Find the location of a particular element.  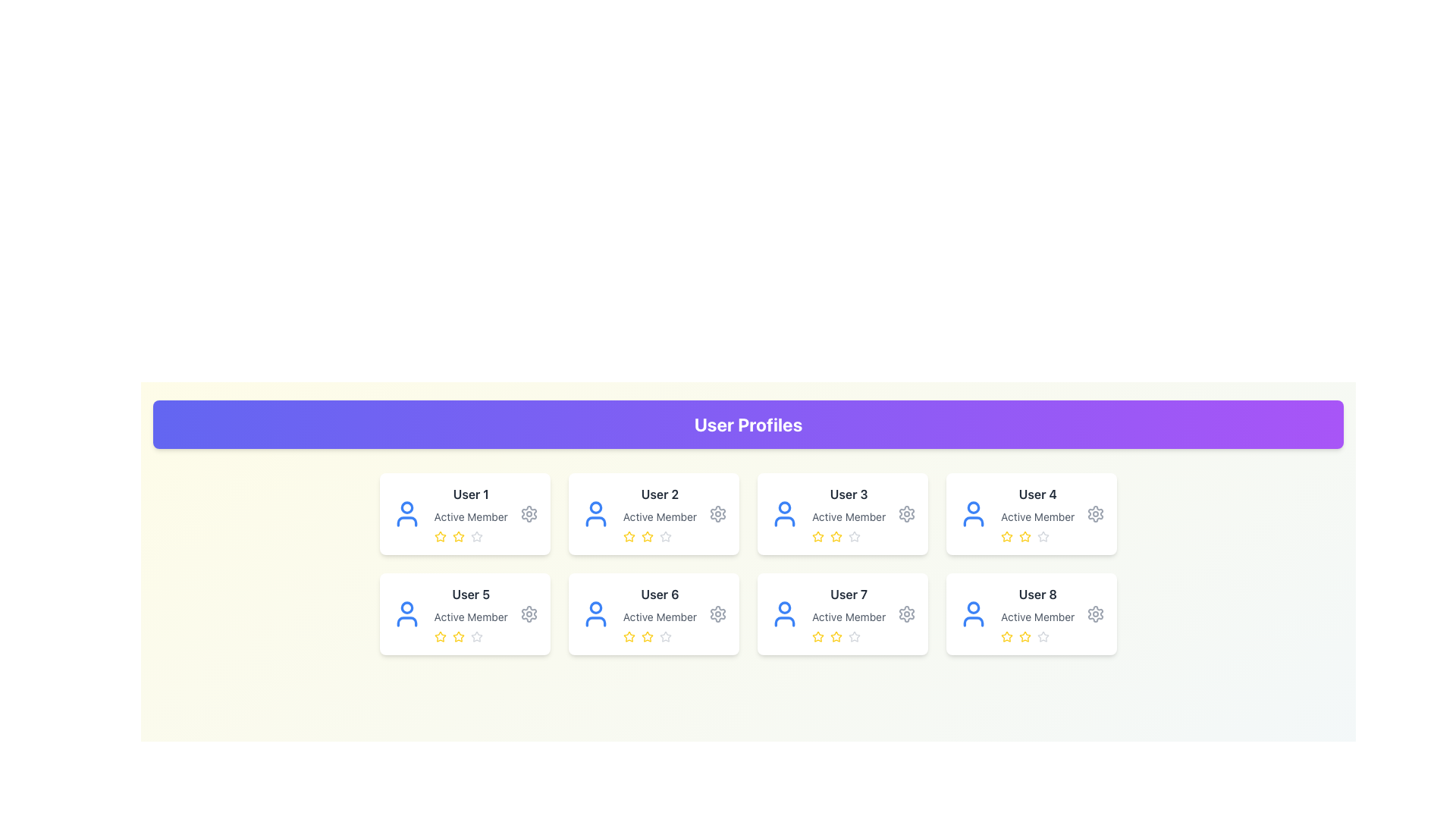

the user icon located within the 'User 6 Active Member' card, positioned on the left side above the textual content, serving as a visual identifier for the user is located at coordinates (595, 614).